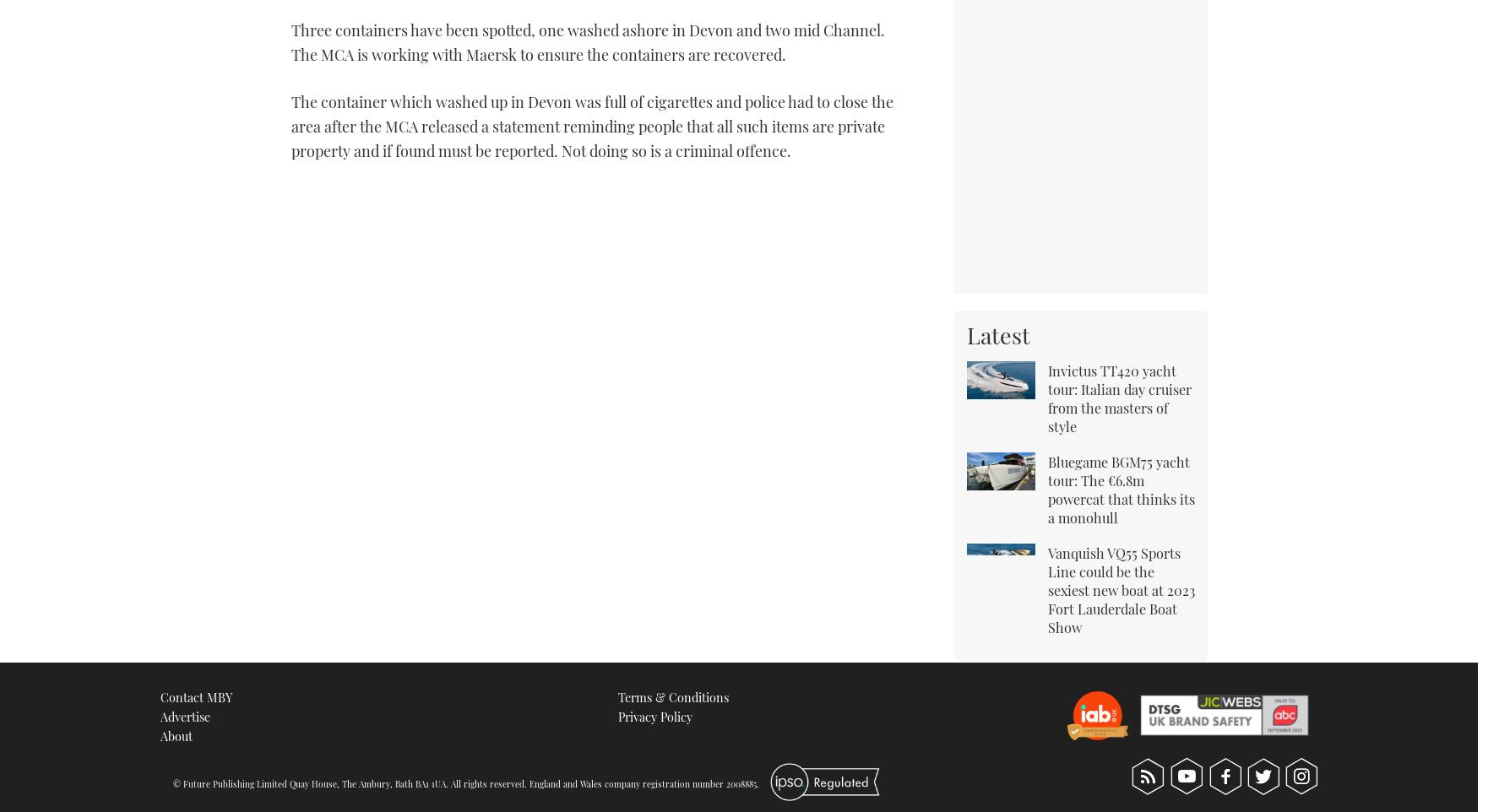  What do you see at coordinates (591, 126) in the screenshot?
I see `'The container which washed up in Devon was full of cigarettes and police had to close the area after the MCA released a statement reminding people that all such items are private property and if found must be reported. Not doing so is a criminal offence.'` at bounding box center [591, 126].